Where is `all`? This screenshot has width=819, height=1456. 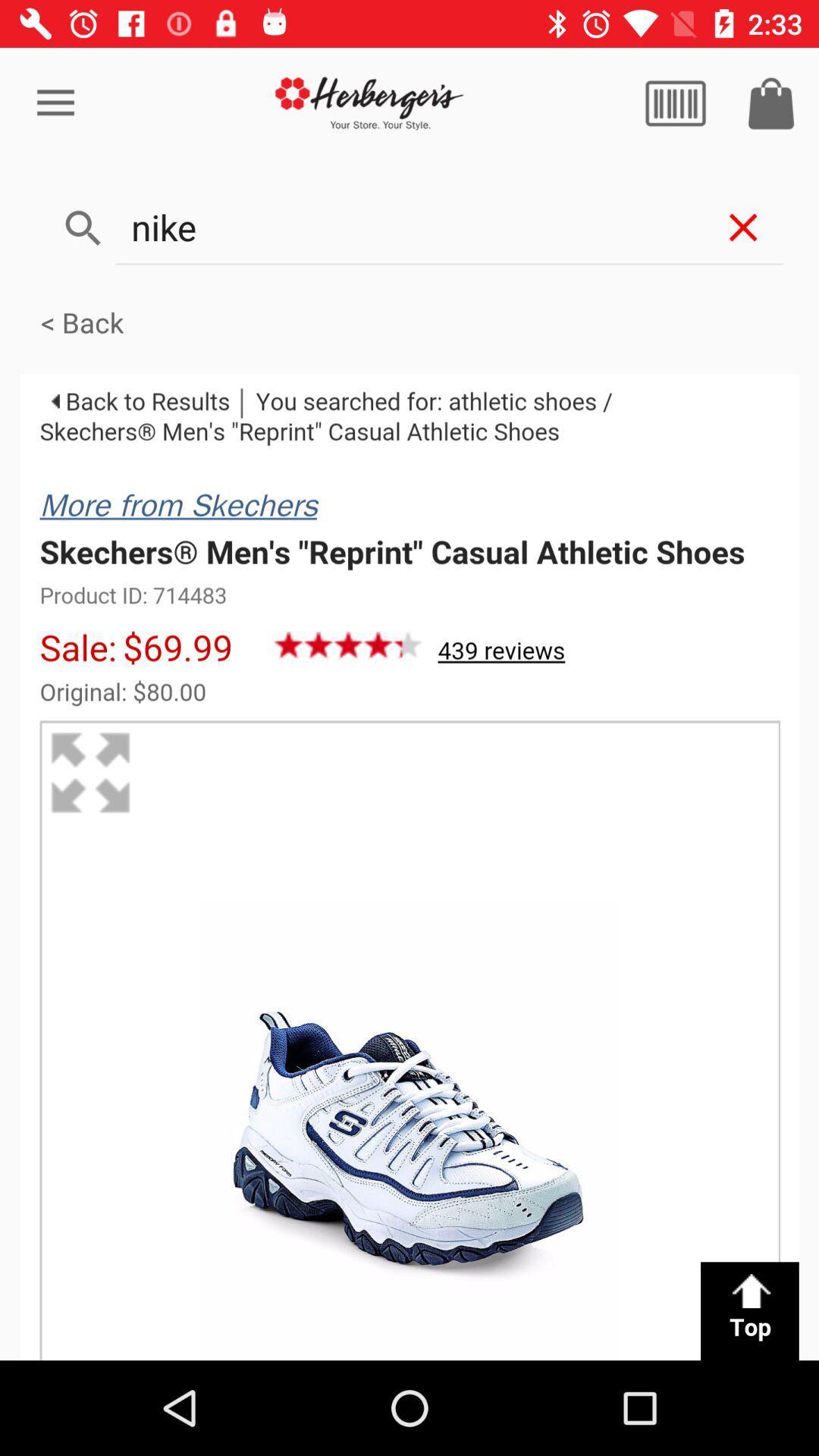
all is located at coordinates (675, 102).